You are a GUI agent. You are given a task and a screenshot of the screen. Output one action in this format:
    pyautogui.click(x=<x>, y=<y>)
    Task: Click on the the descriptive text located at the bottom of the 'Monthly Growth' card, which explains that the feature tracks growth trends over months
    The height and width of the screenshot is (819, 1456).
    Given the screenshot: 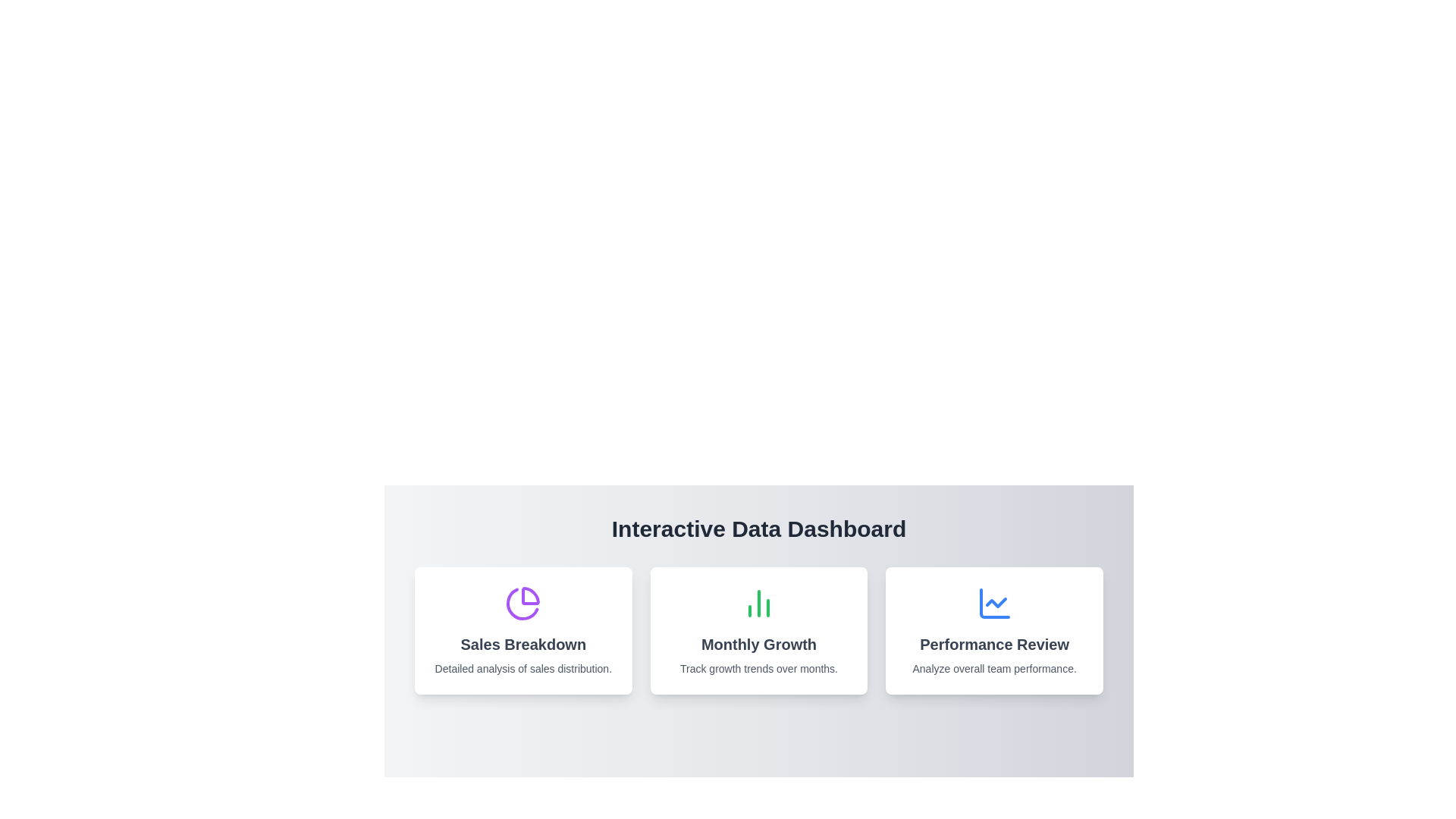 What is the action you would take?
    pyautogui.click(x=758, y=668)
    